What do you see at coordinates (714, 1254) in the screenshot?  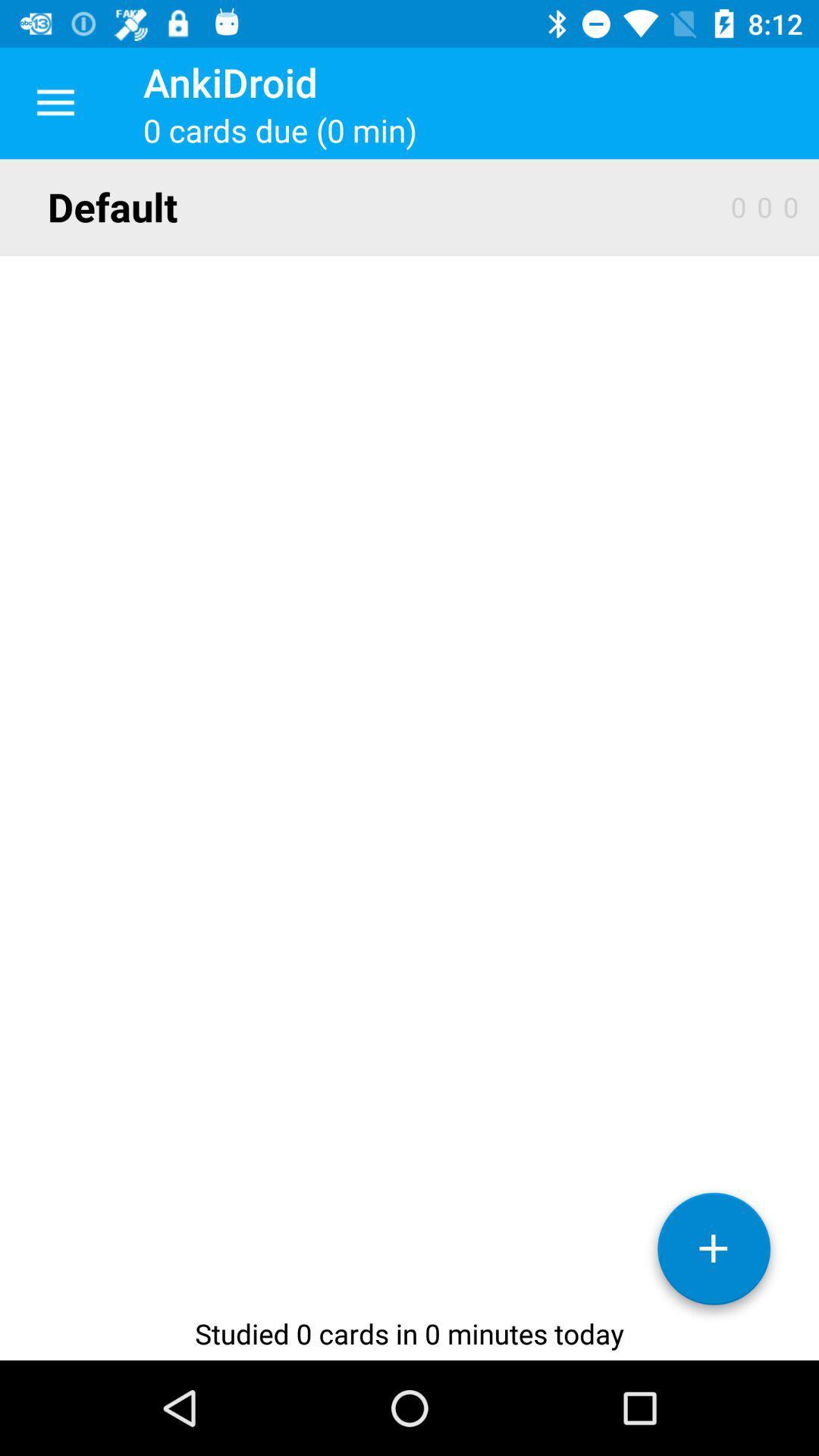 I see `the add icon` at bounding box center [714, 1254].